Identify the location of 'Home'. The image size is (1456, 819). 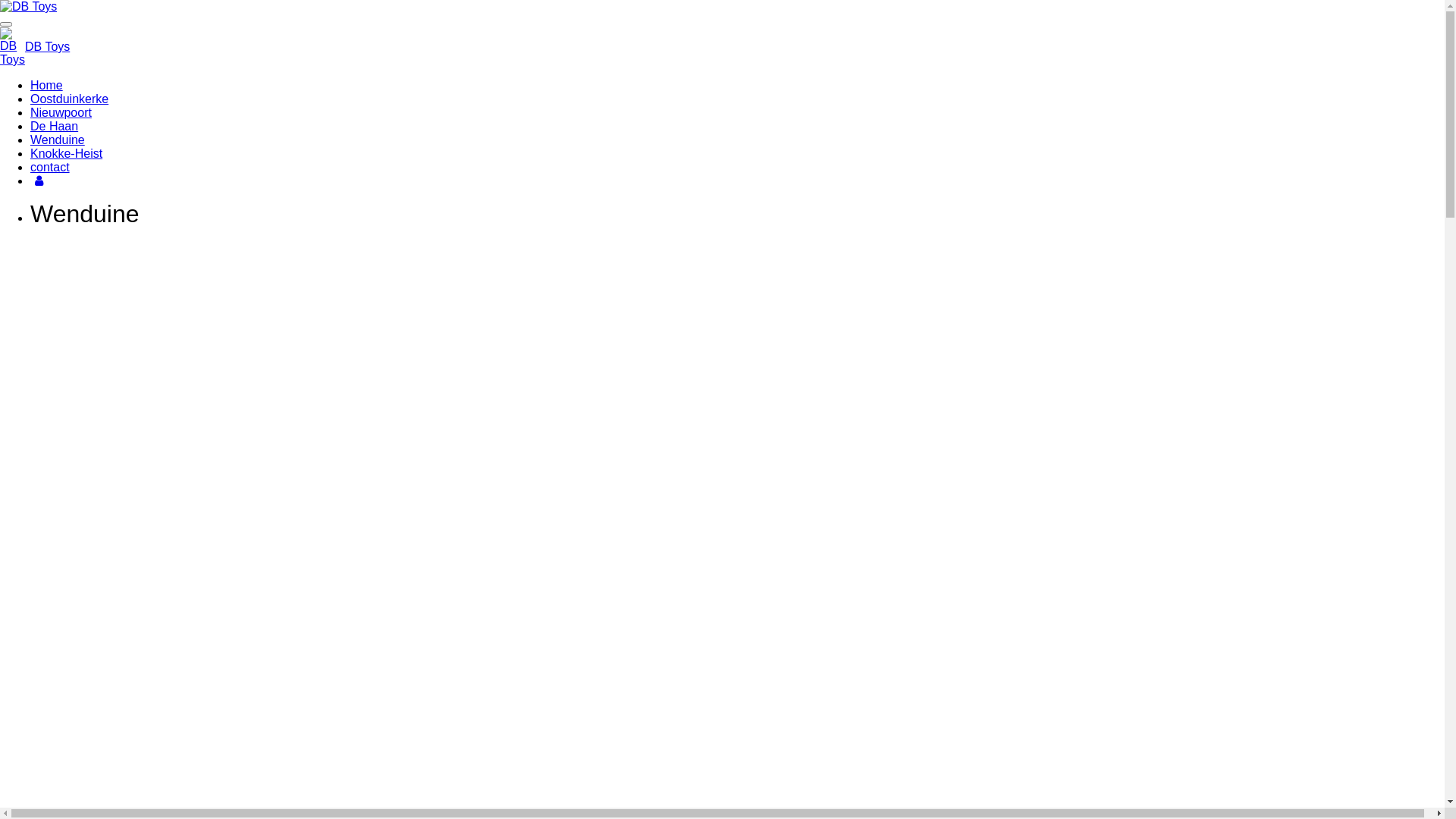
(46, 85).